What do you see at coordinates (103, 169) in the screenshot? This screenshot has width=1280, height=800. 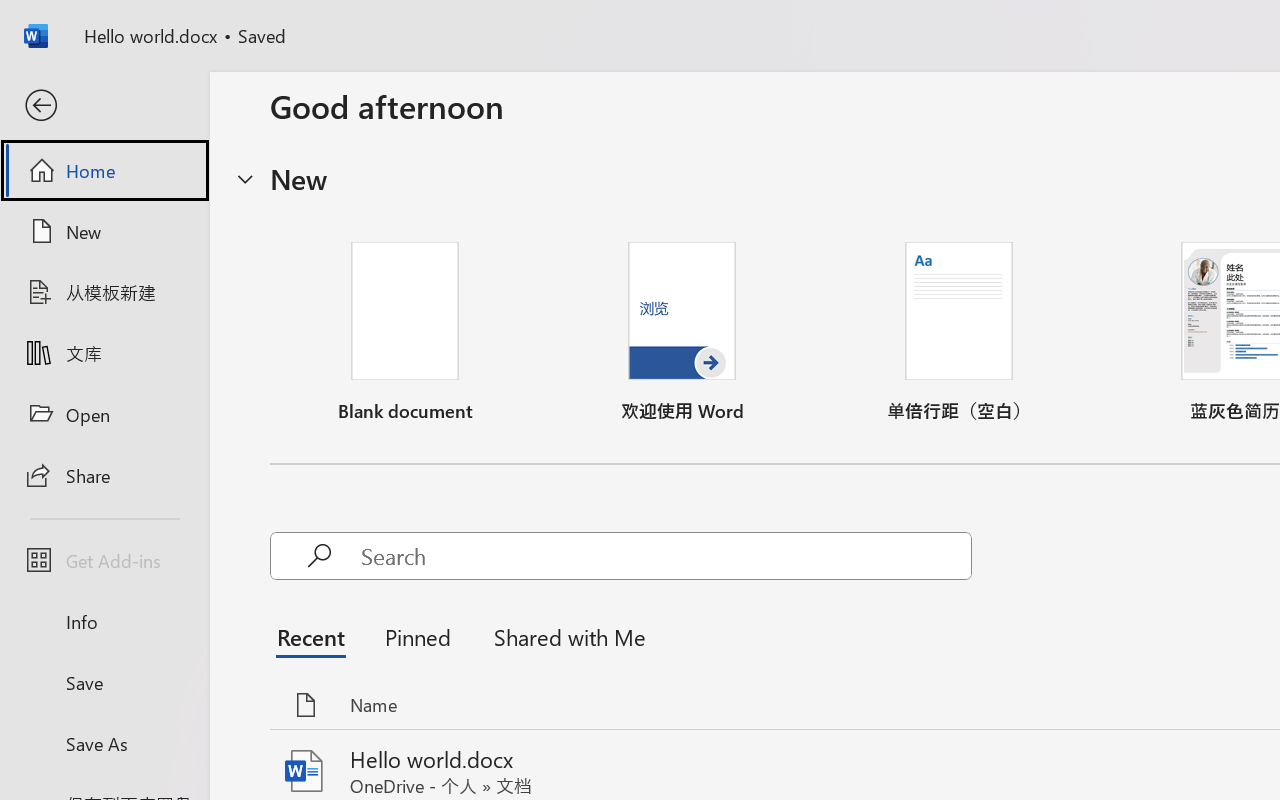 I see `'Home'` at bounding box center [103, 169].